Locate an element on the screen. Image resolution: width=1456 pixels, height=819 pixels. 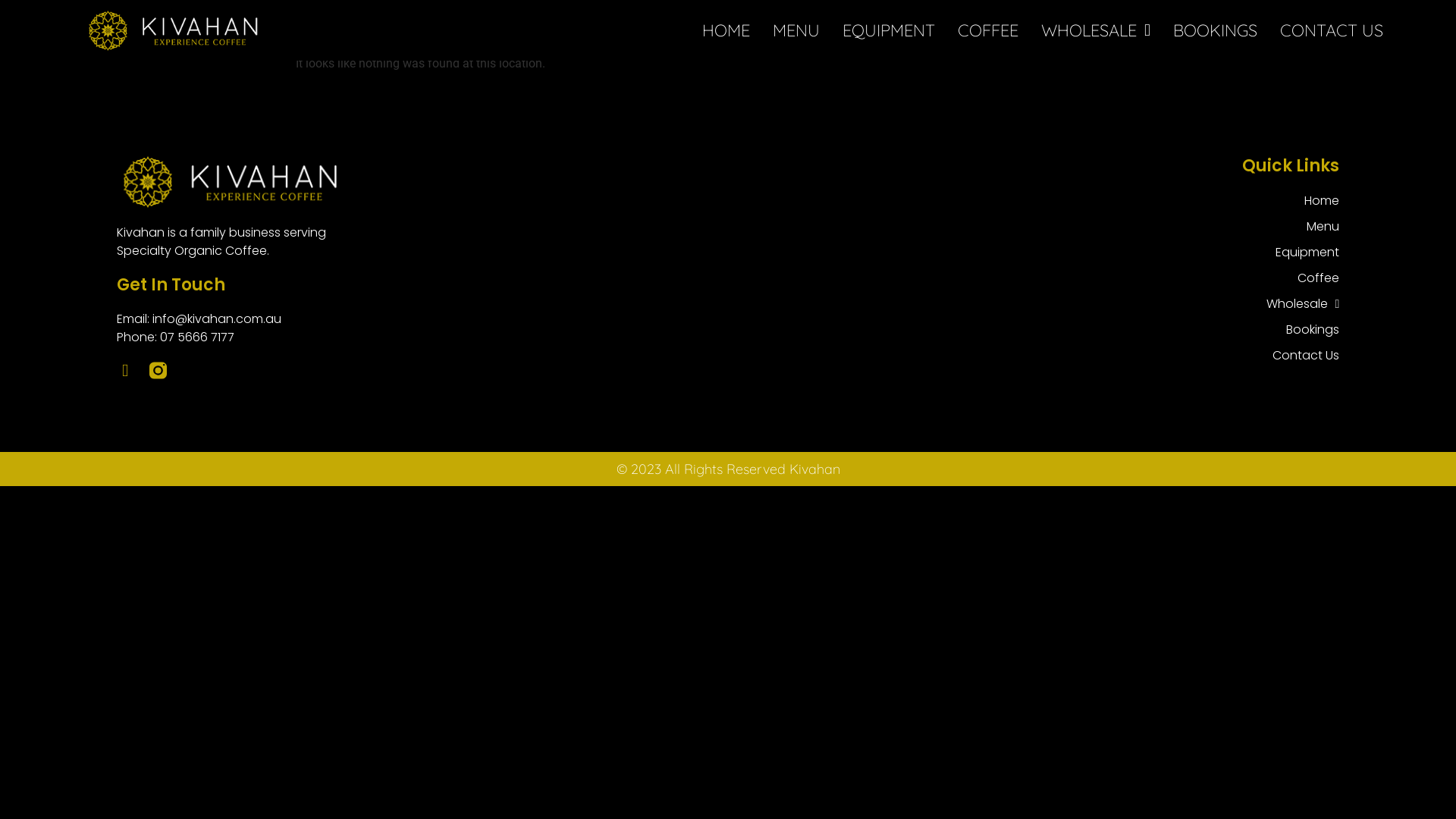
'MENU' is located at coordinates (795, 30).